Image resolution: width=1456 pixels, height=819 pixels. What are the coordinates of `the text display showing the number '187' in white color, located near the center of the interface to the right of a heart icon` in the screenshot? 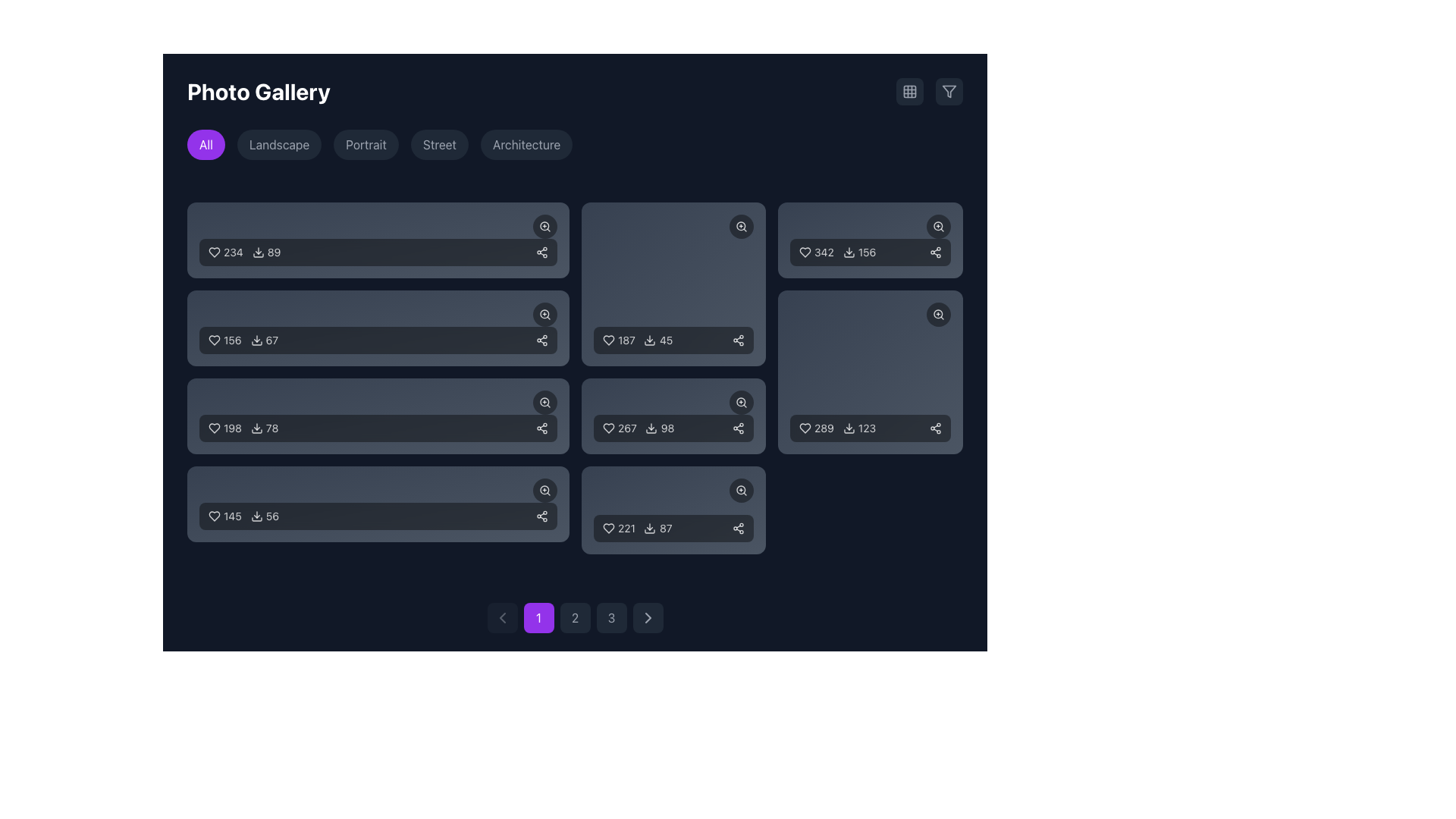 It's located at (626, 339).